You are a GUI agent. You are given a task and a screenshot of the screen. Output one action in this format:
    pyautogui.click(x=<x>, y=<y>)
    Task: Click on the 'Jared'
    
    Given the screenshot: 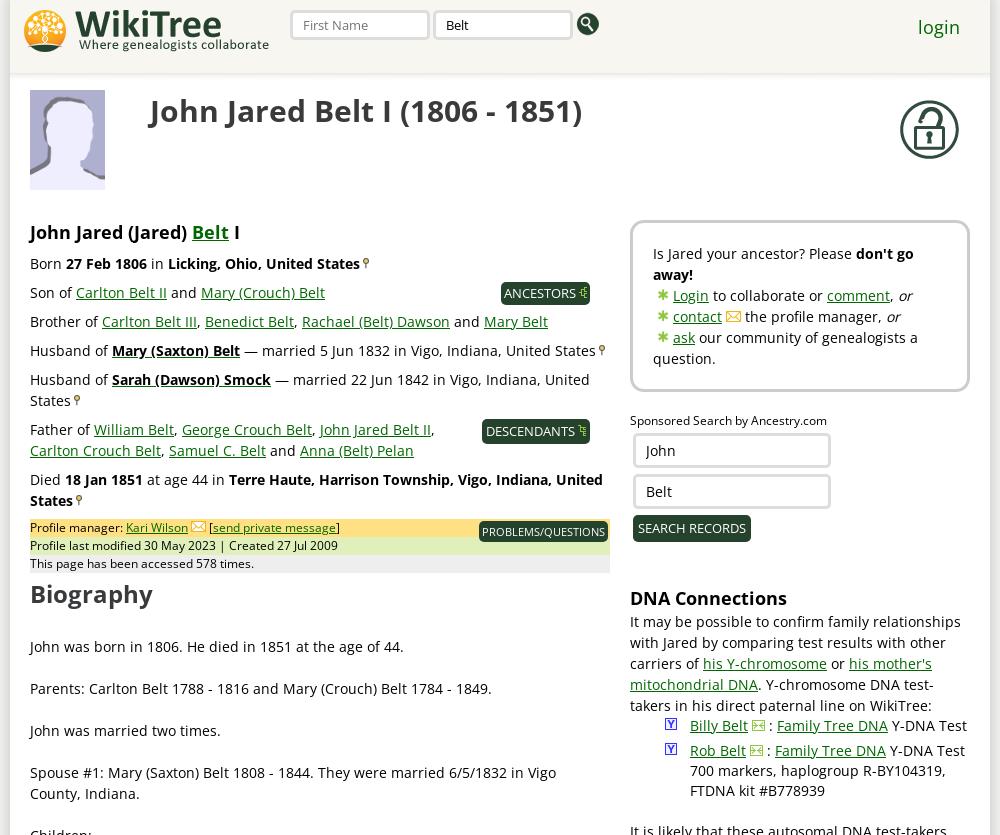 What is the action you would take?
    pyautogui.click(x=98, y=231)
    